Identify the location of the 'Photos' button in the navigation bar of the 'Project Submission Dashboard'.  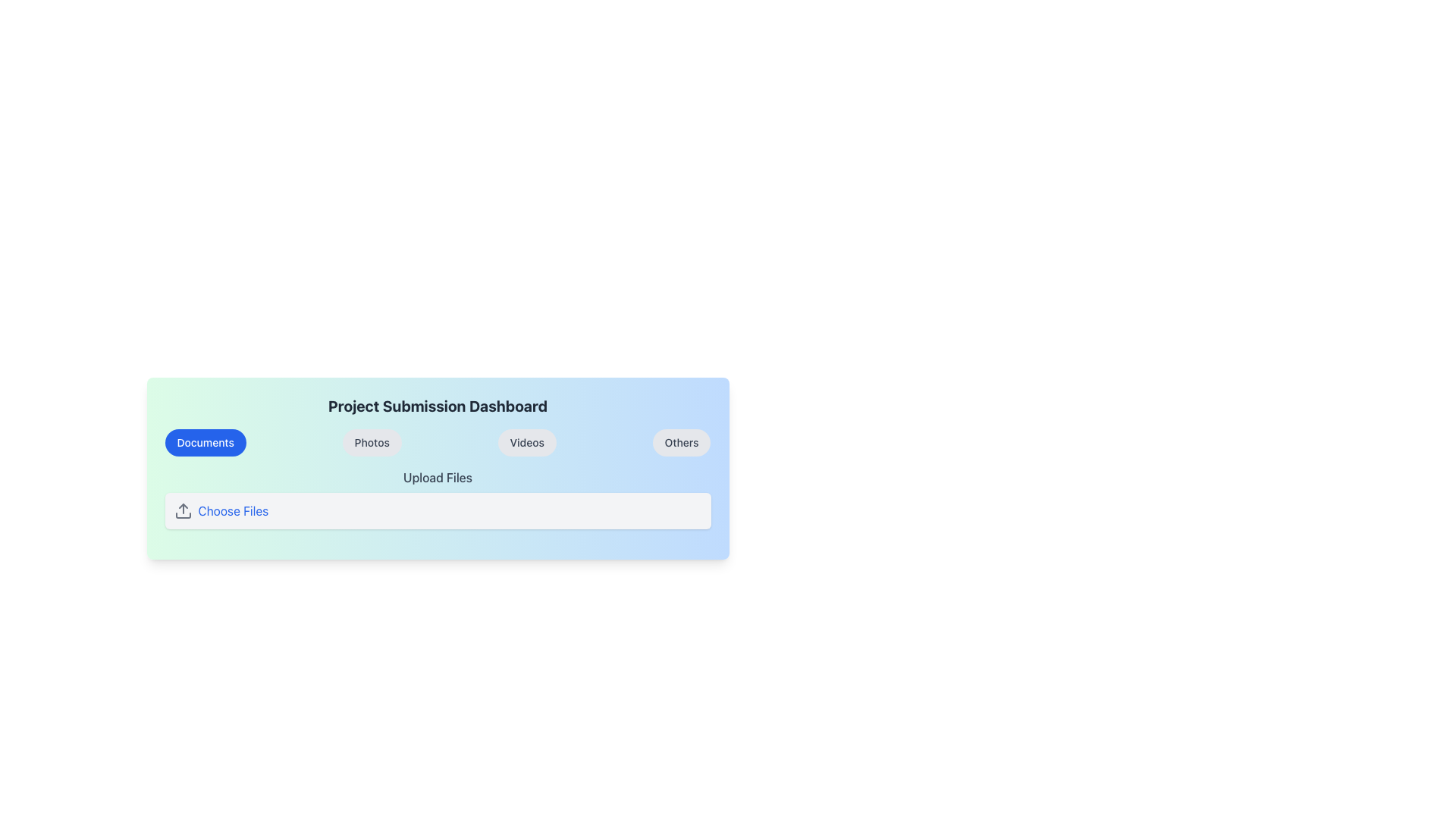
(437, 442).